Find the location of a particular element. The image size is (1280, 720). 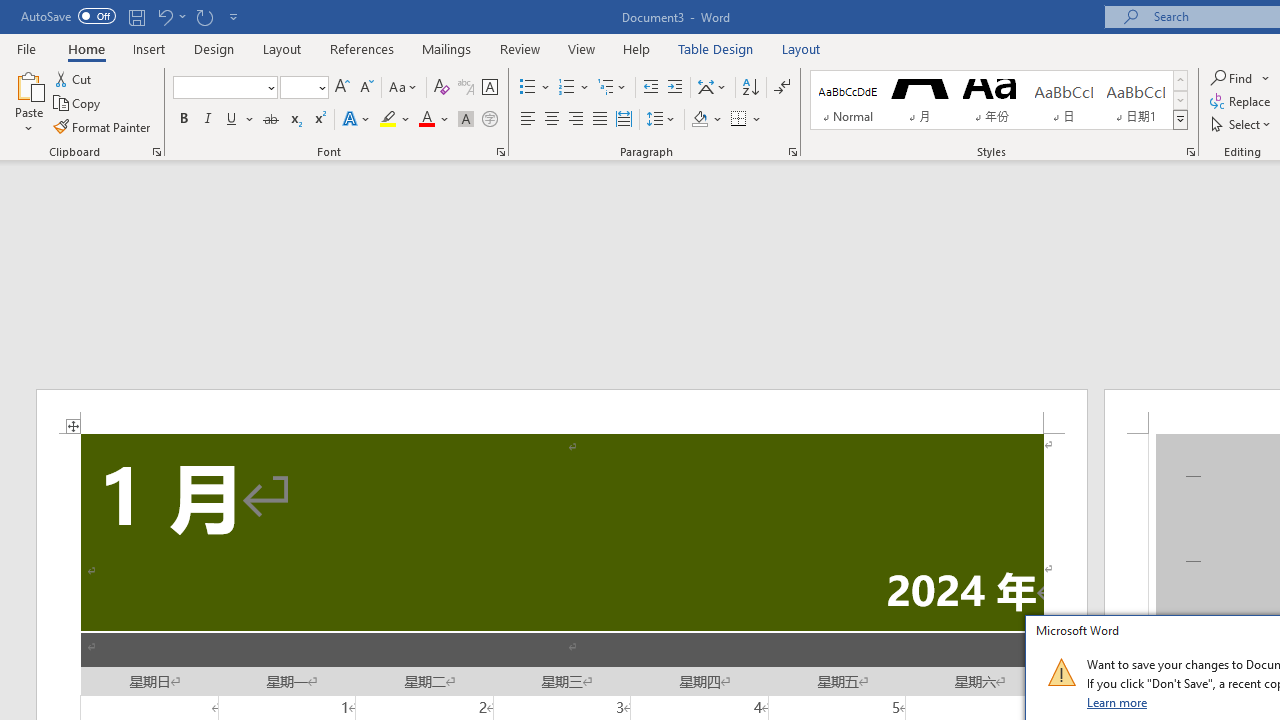

'Paragraph...' is located at coordinates (791, 150).